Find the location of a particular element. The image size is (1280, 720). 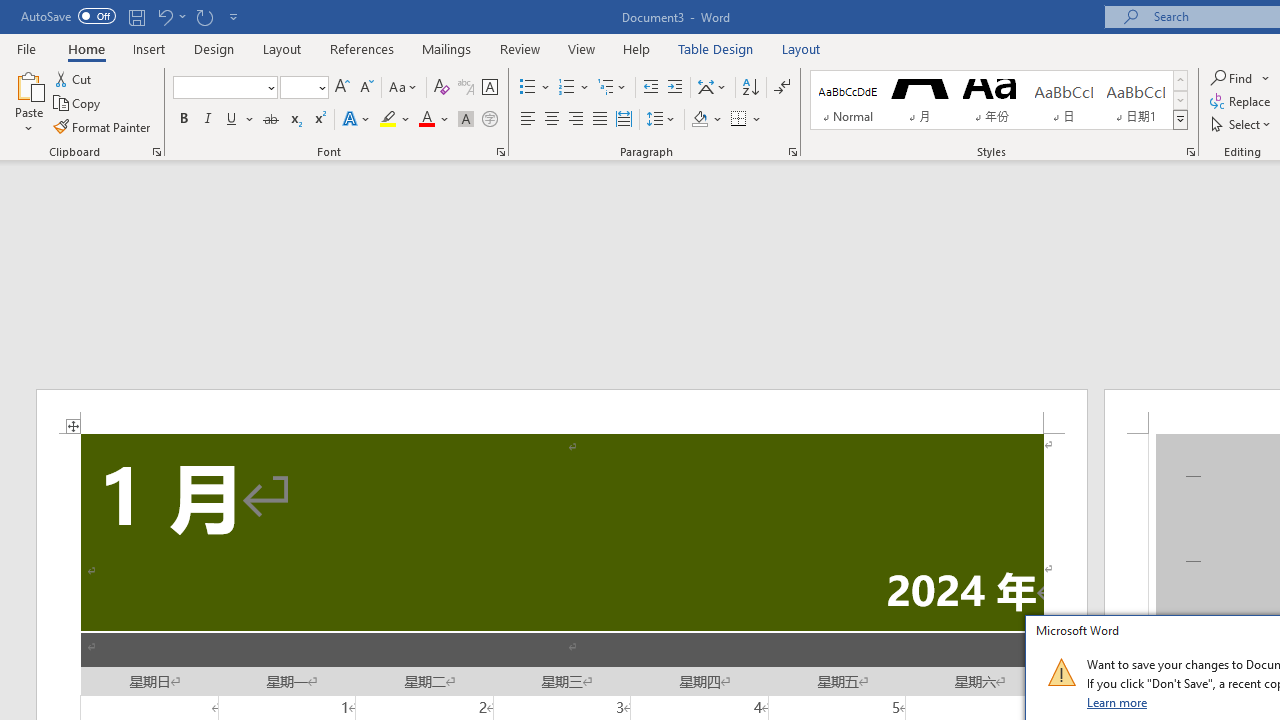

'Paragraph...' is located at coordinates (791, 150).